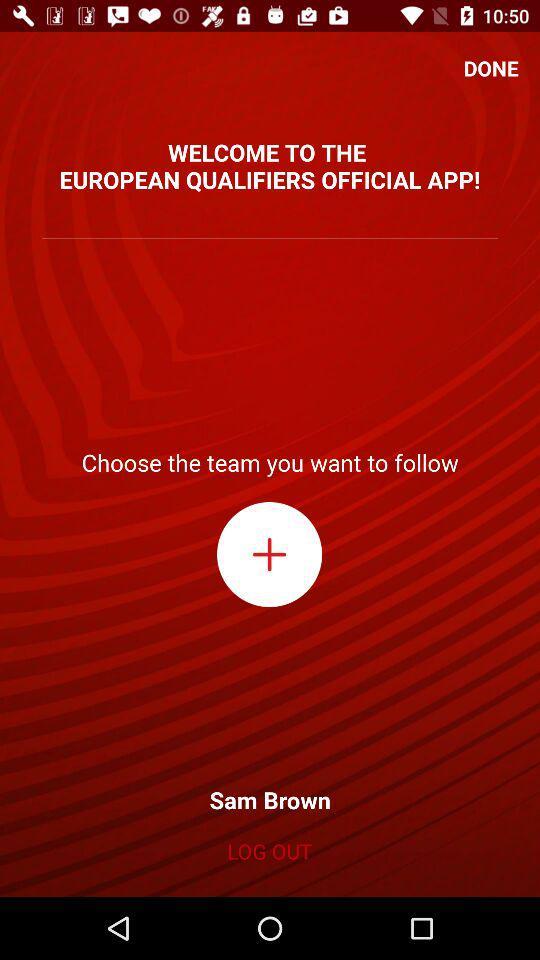 The width and height of the screenshot is (540, 960). Describe the element at coordinates (490, 68) in the screenshot. I see `done icon` at that location.